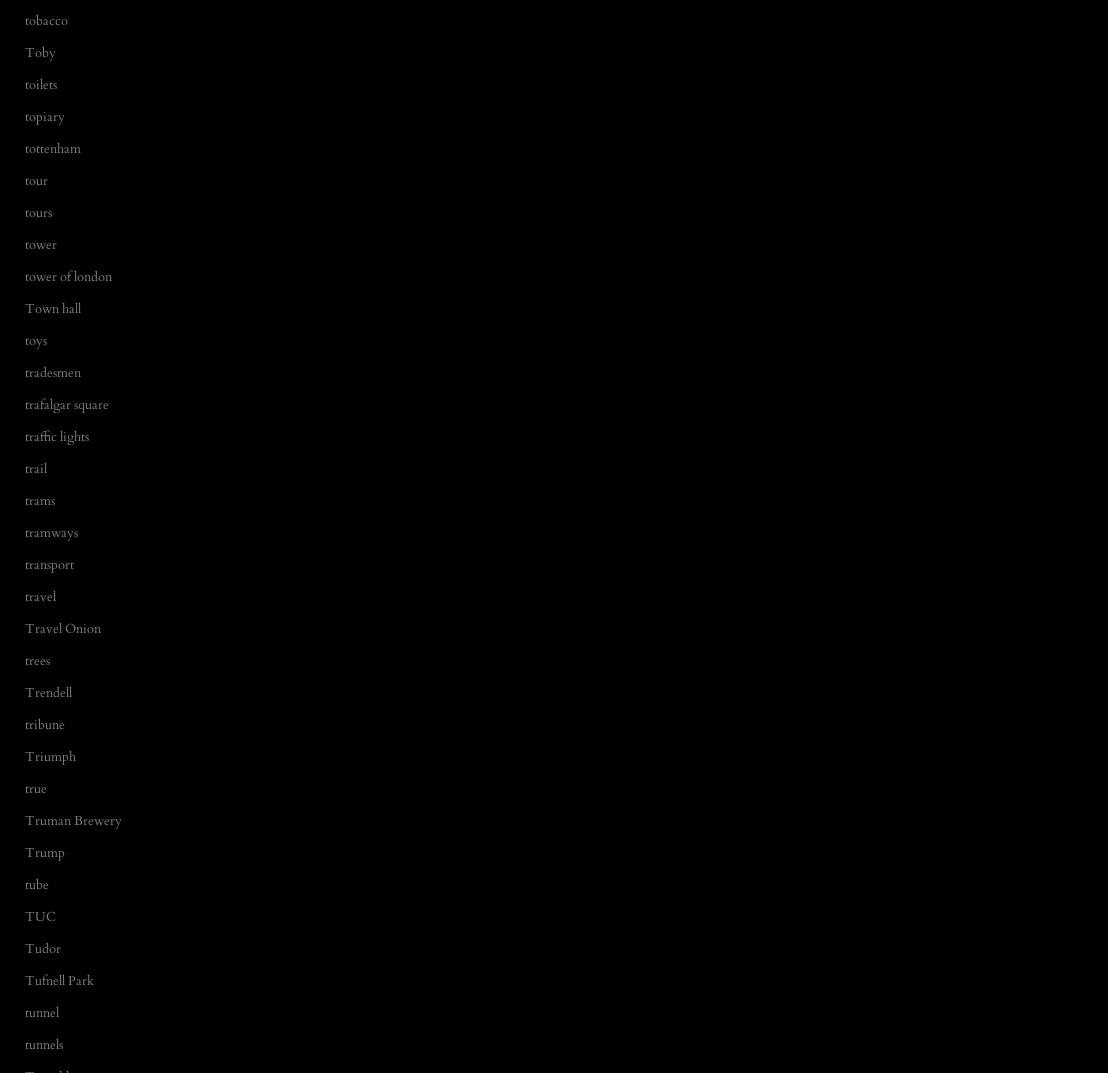 Image resolution: width=1108 pixels, height=1073 pixels. Describe the element at coordinates (36, 468) in the screenshot. I see `'trail'` at that location.